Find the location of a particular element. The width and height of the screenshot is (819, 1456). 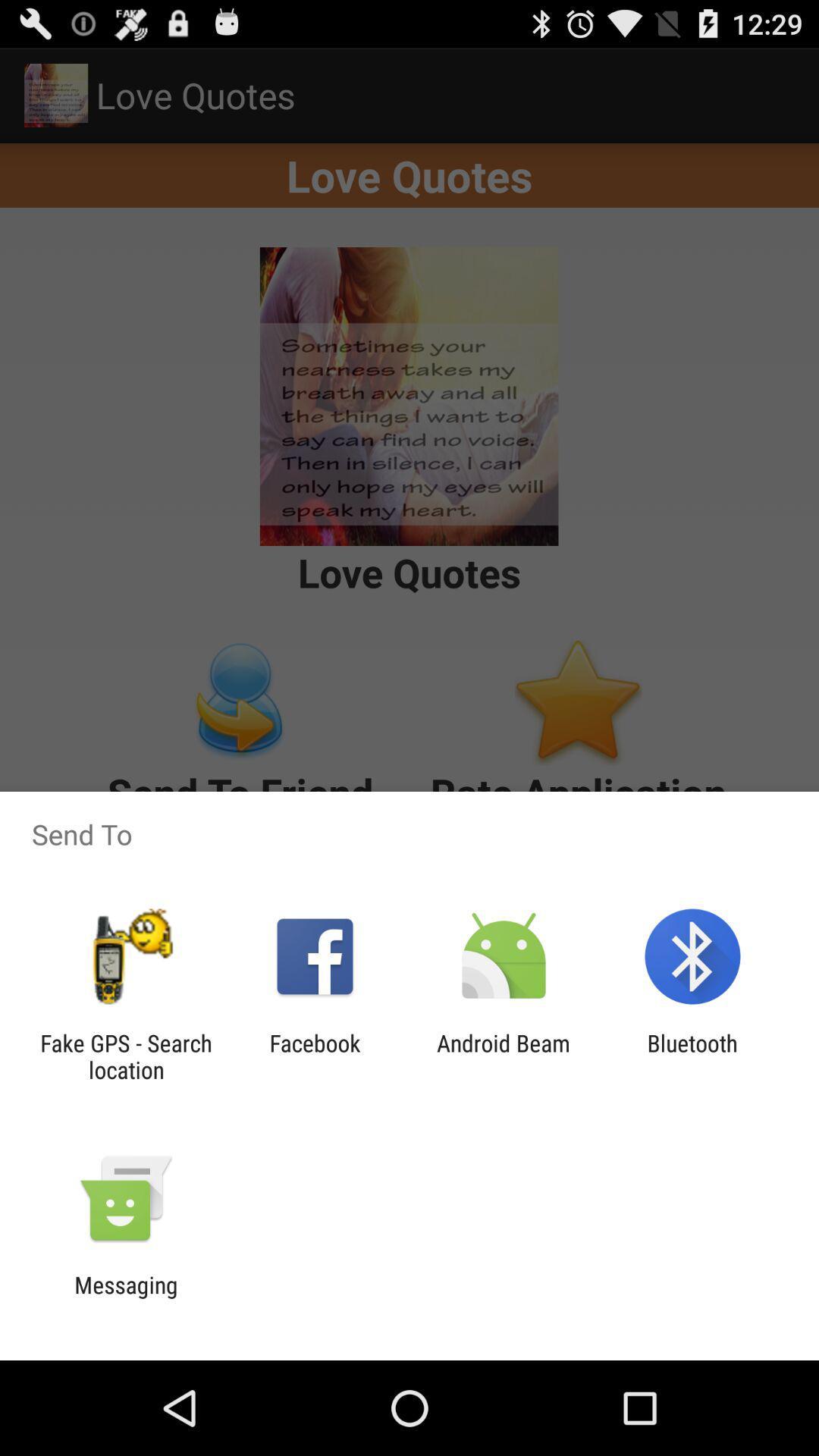

the app to the right of facebook app is located at coordinates (504, 1056).